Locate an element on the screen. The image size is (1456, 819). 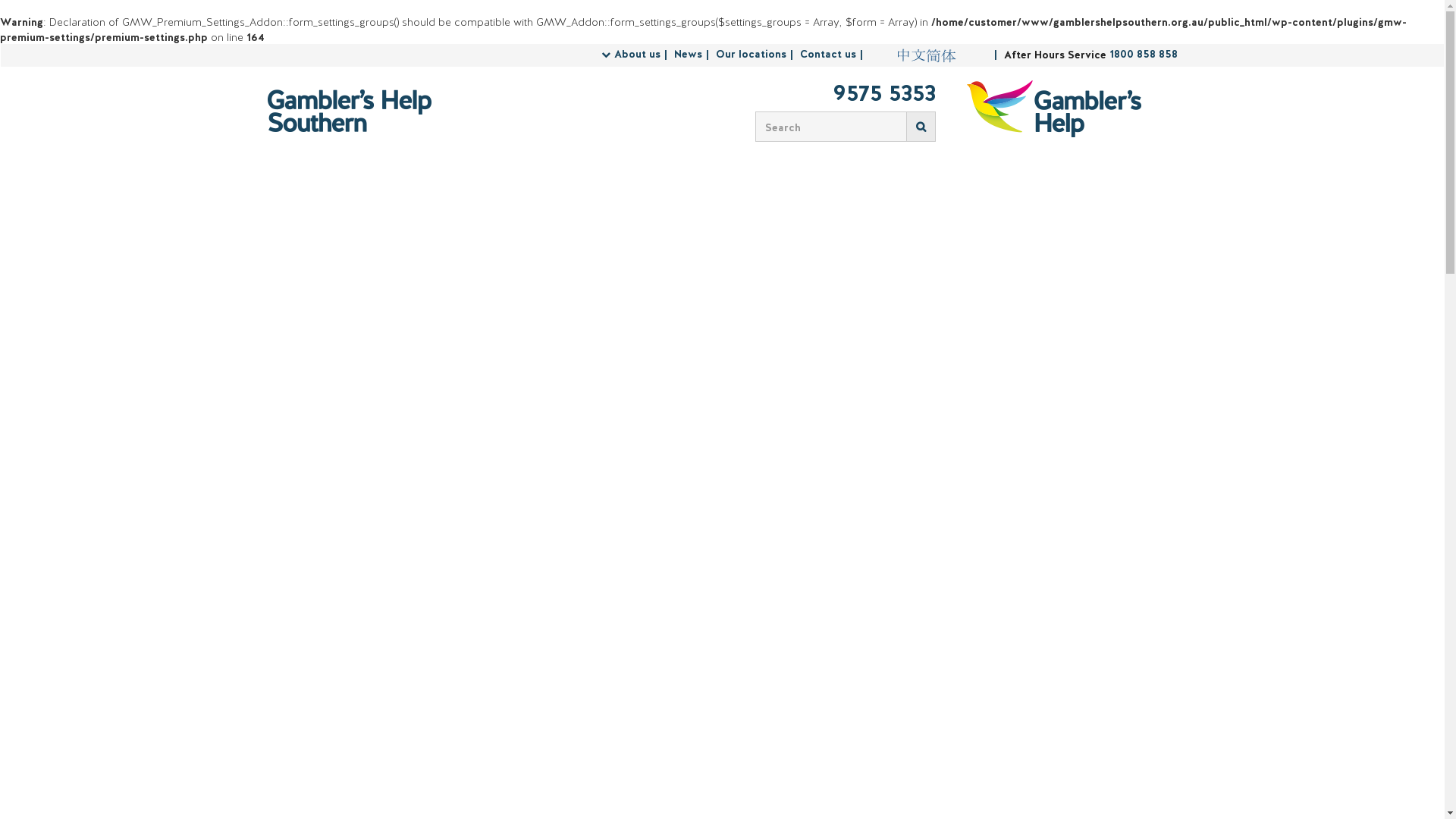
'9575 5353' is located at coordinates (839, 94).